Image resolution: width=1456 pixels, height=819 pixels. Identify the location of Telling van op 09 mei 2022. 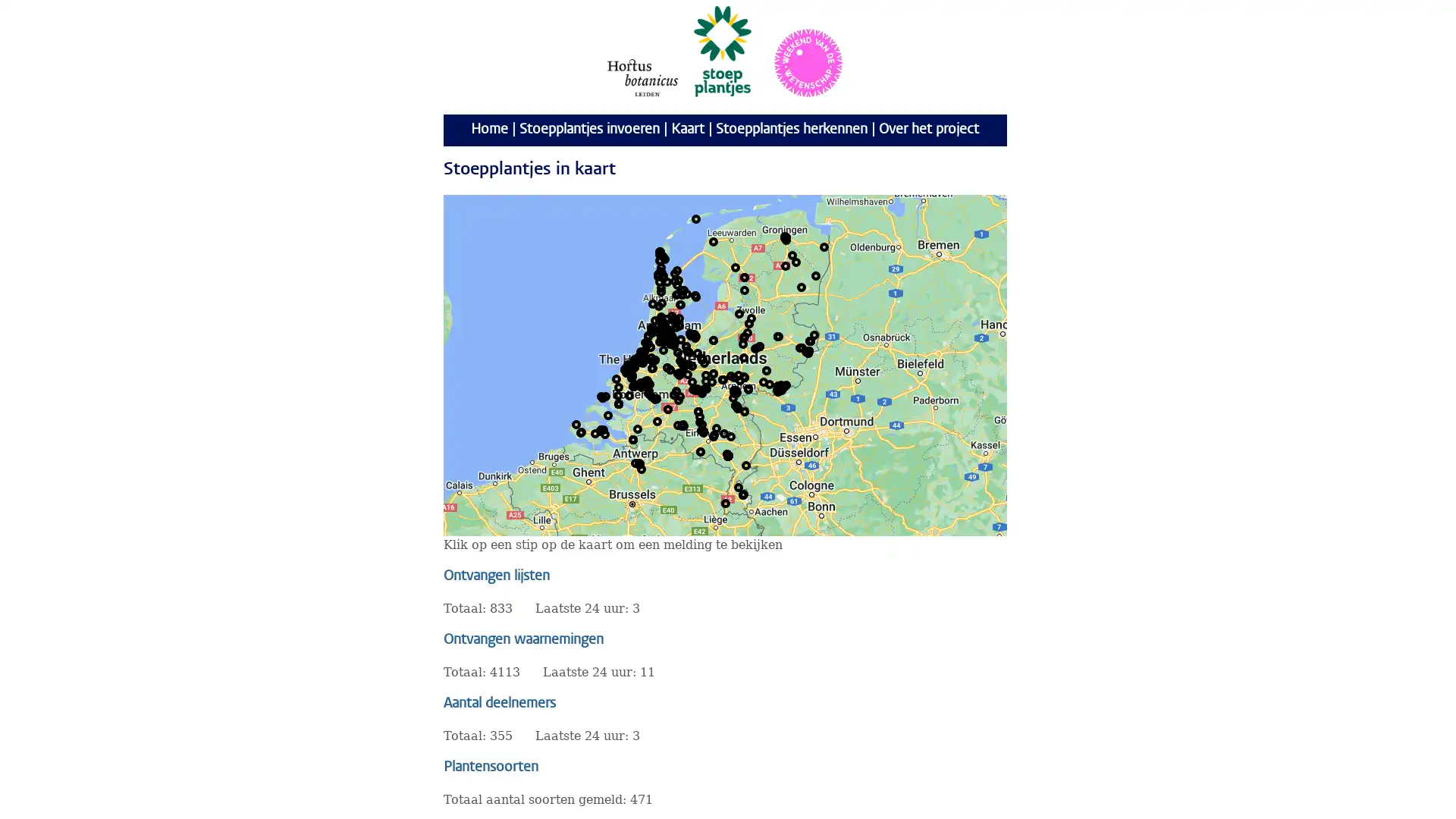
(652, 303).